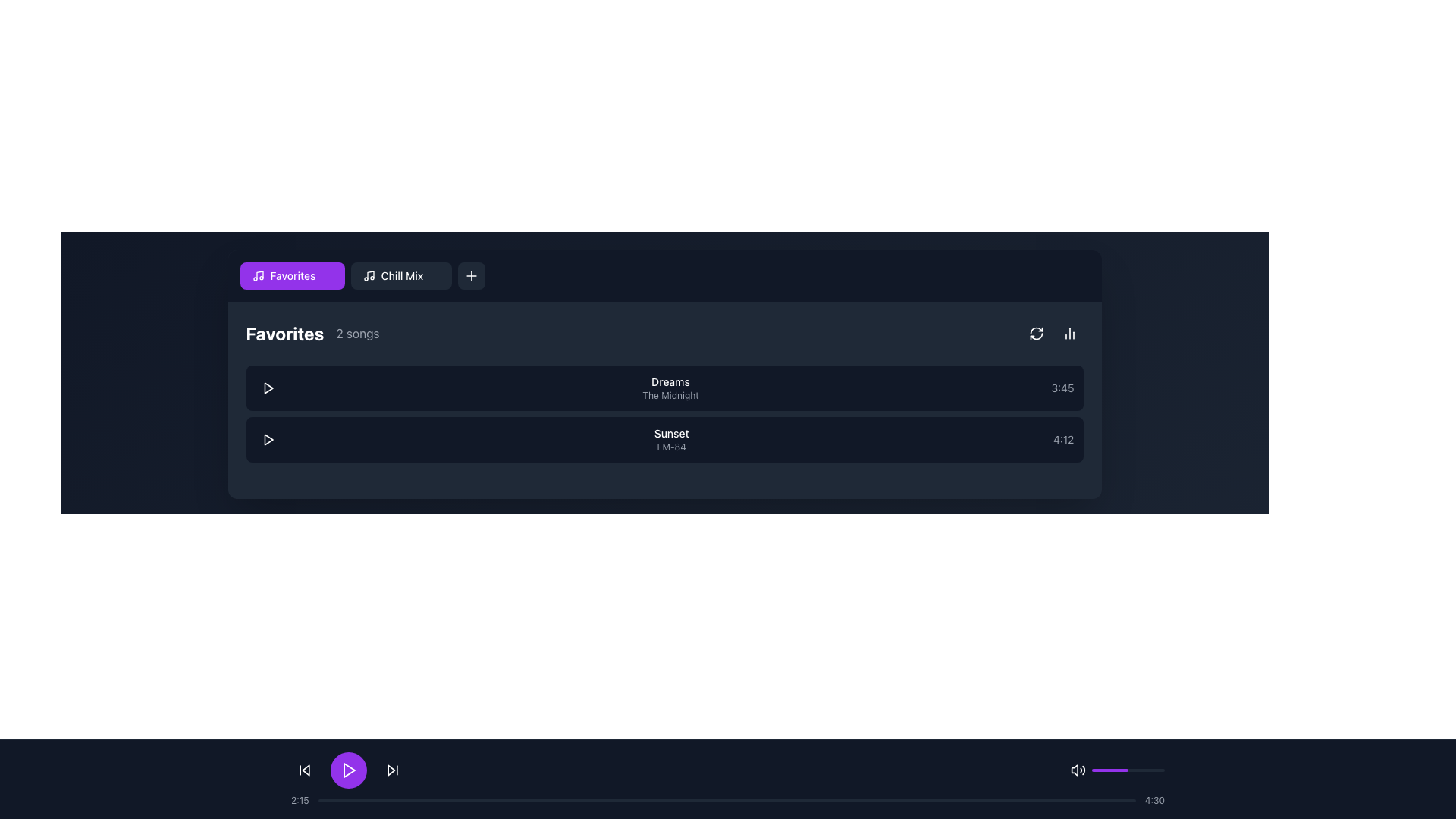 Image resolution: width=1456 pixels, height=819 pixels. What do you see at coordinates (300, 800) in the screenshot?
I see `elapsed time displayed in the gray text label showing '2:15', located towards the left of the progress bar at the bottom section of the interface` at bounding box center [300, 800].